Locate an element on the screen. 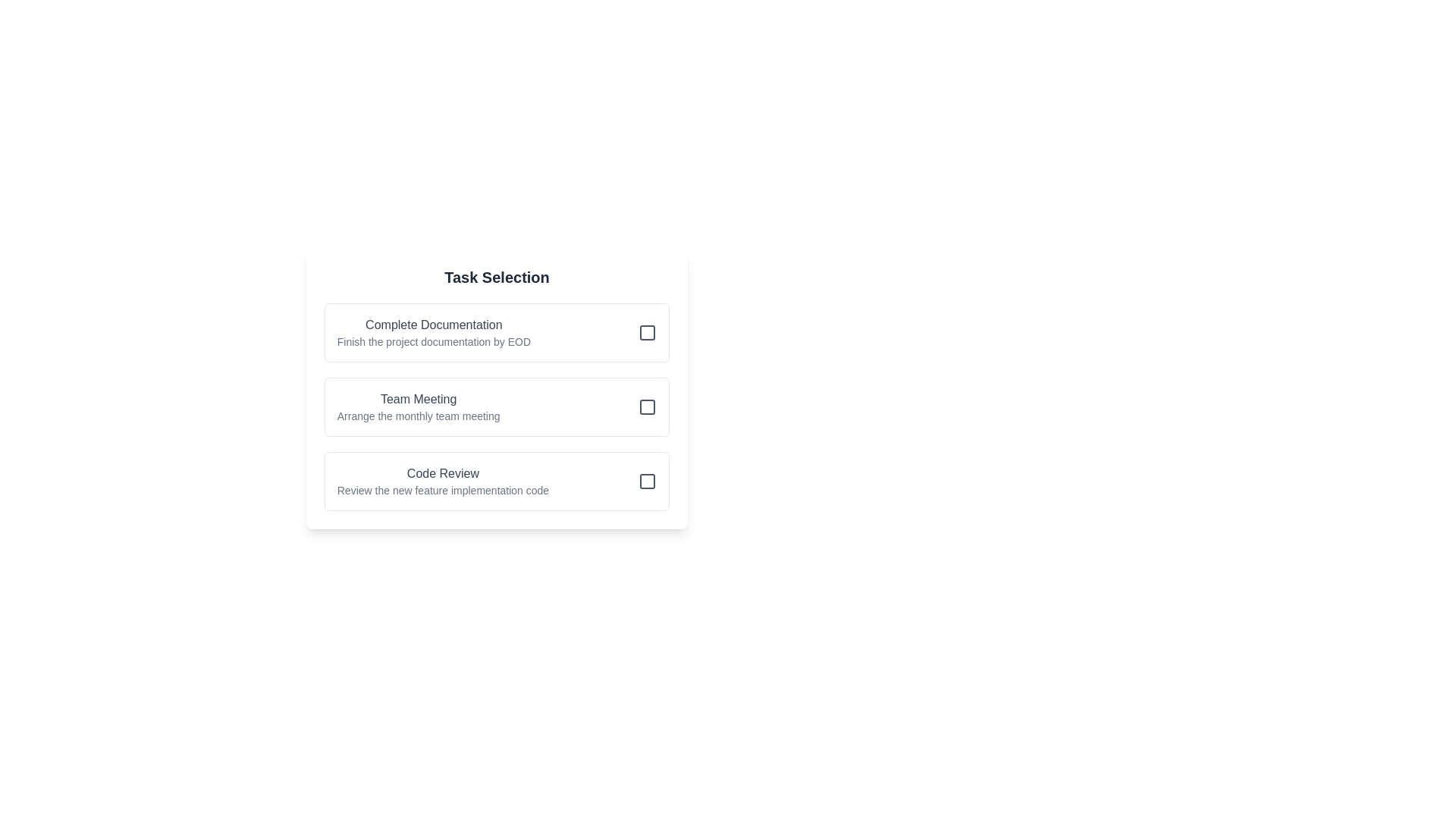  text details of the task item titled 'Complete Documentation' with the subtitle 'Finish the project documentation by EOD.' is located at coordinates (497, 332).